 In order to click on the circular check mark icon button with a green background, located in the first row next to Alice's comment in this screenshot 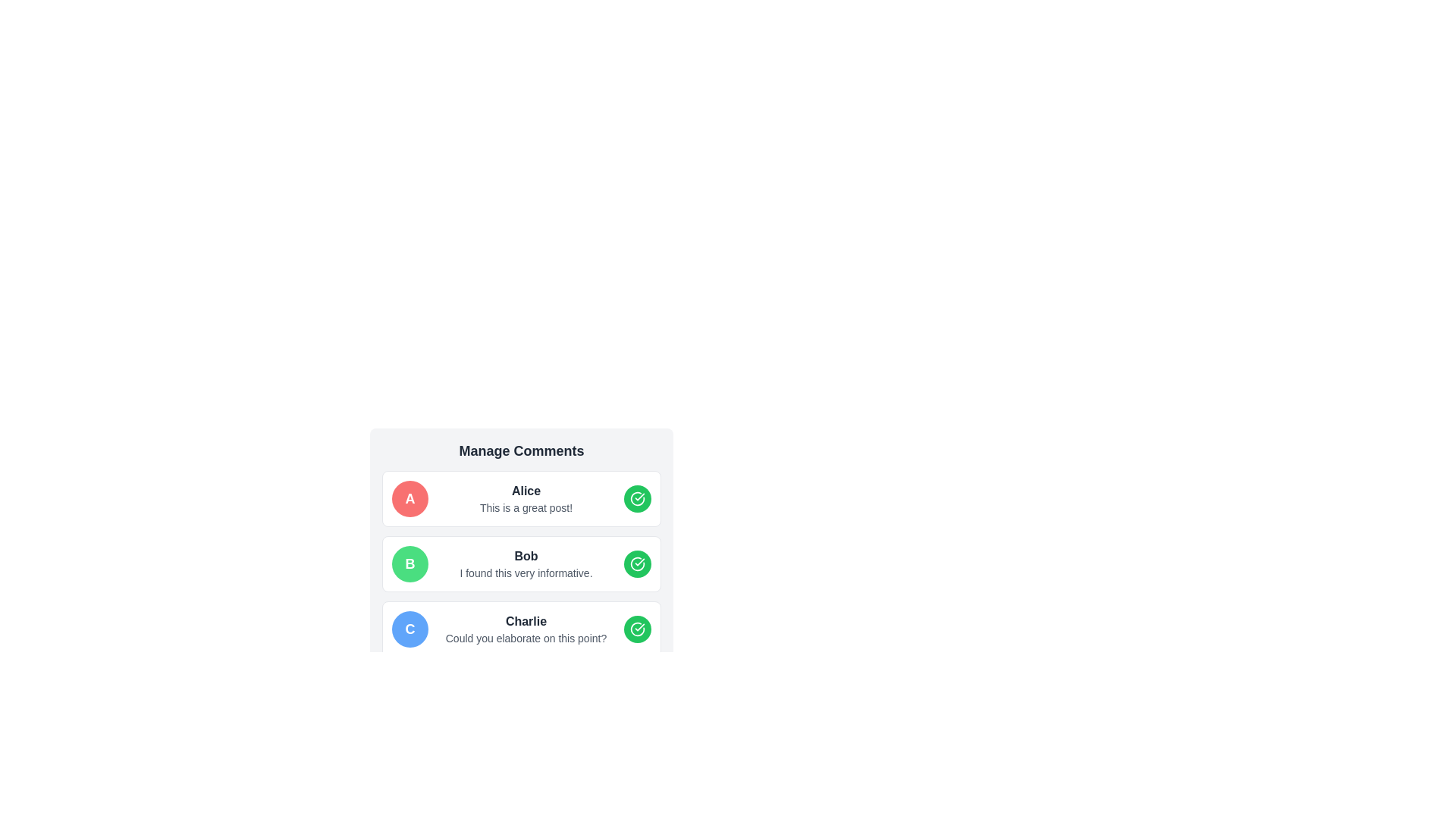, I will do `click(637, 499)`.